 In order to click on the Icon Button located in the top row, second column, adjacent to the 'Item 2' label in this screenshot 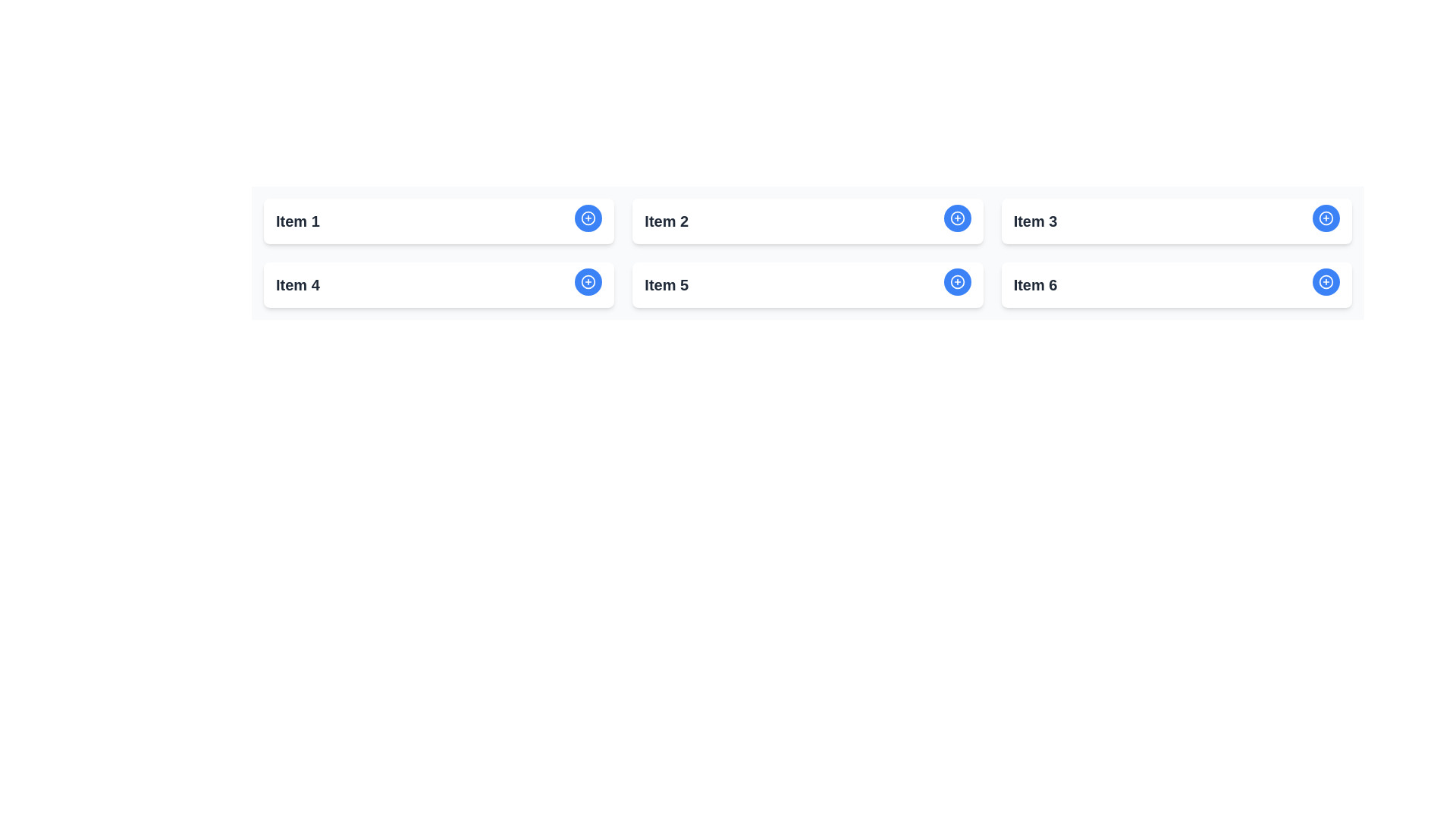, I will do `click(588, 218)`.